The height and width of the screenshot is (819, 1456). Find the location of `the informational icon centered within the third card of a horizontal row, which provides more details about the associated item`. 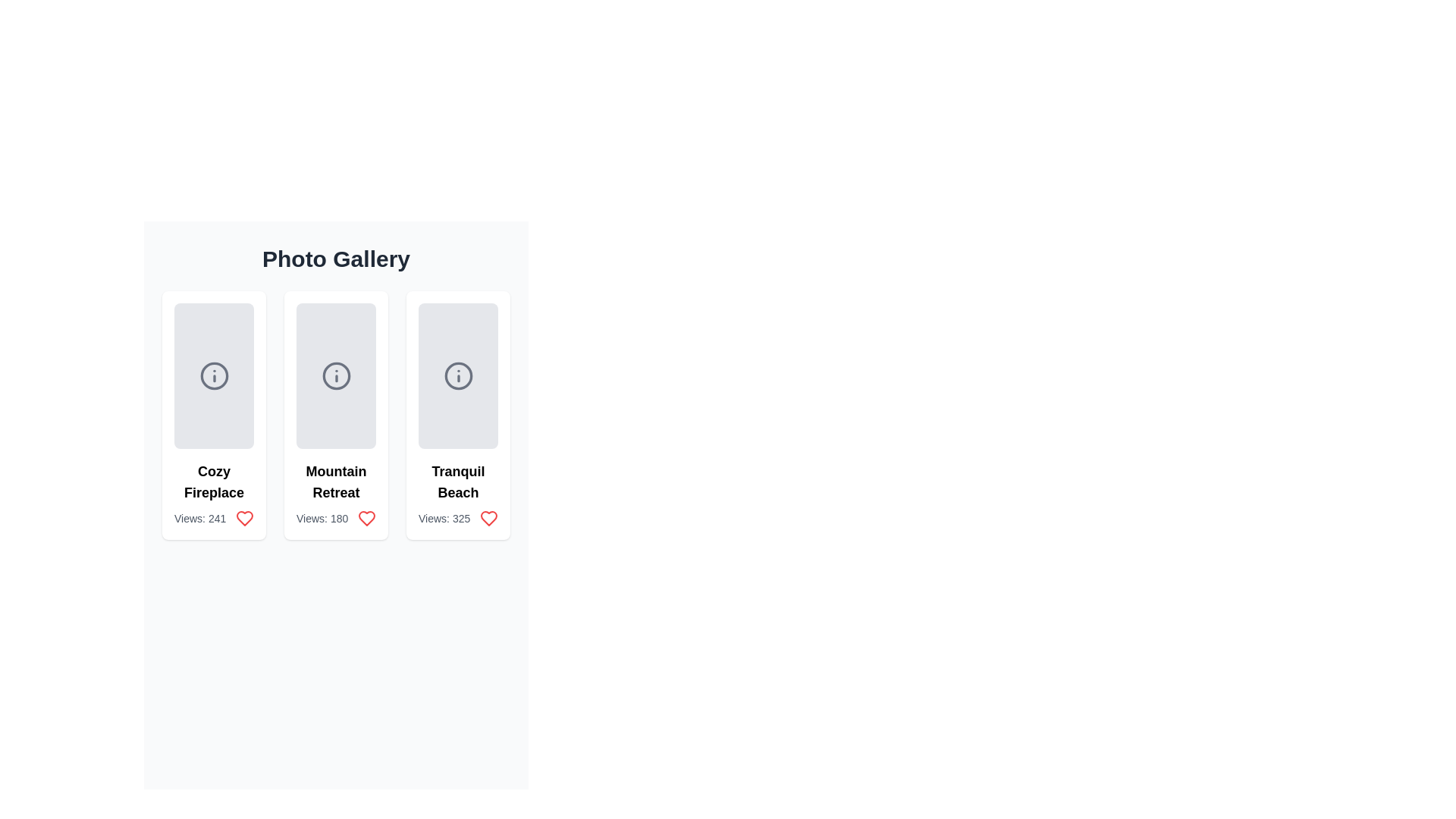

the informational icon centered within the third card of a horizontal row, which provides more details about the associated item is located at coordinates (457, 375).